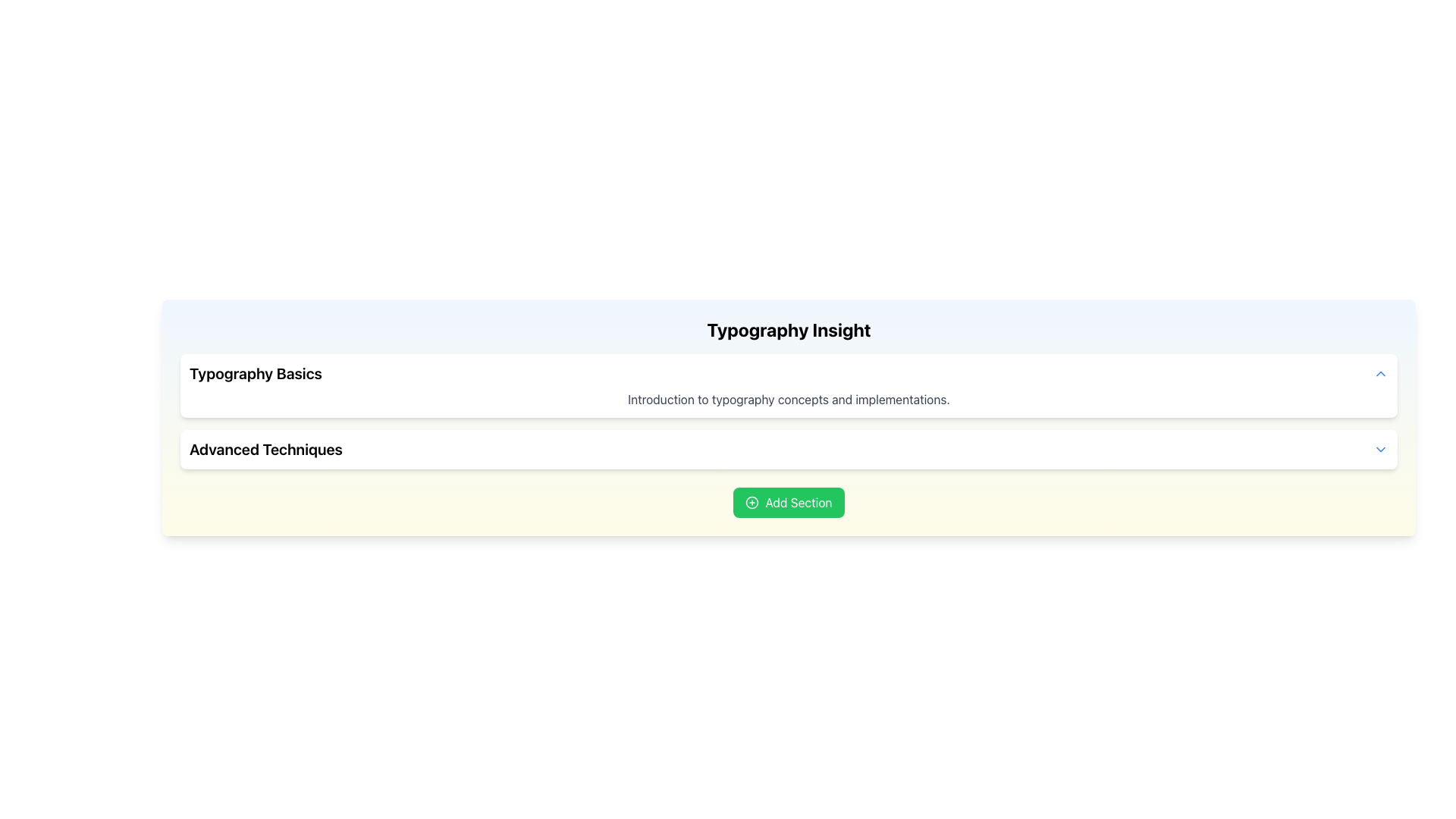  I want to click on the static text element that serves as the title or header for the section, located above 'Typography Basics' and 'Advanced Techniques', so click(789, 329).